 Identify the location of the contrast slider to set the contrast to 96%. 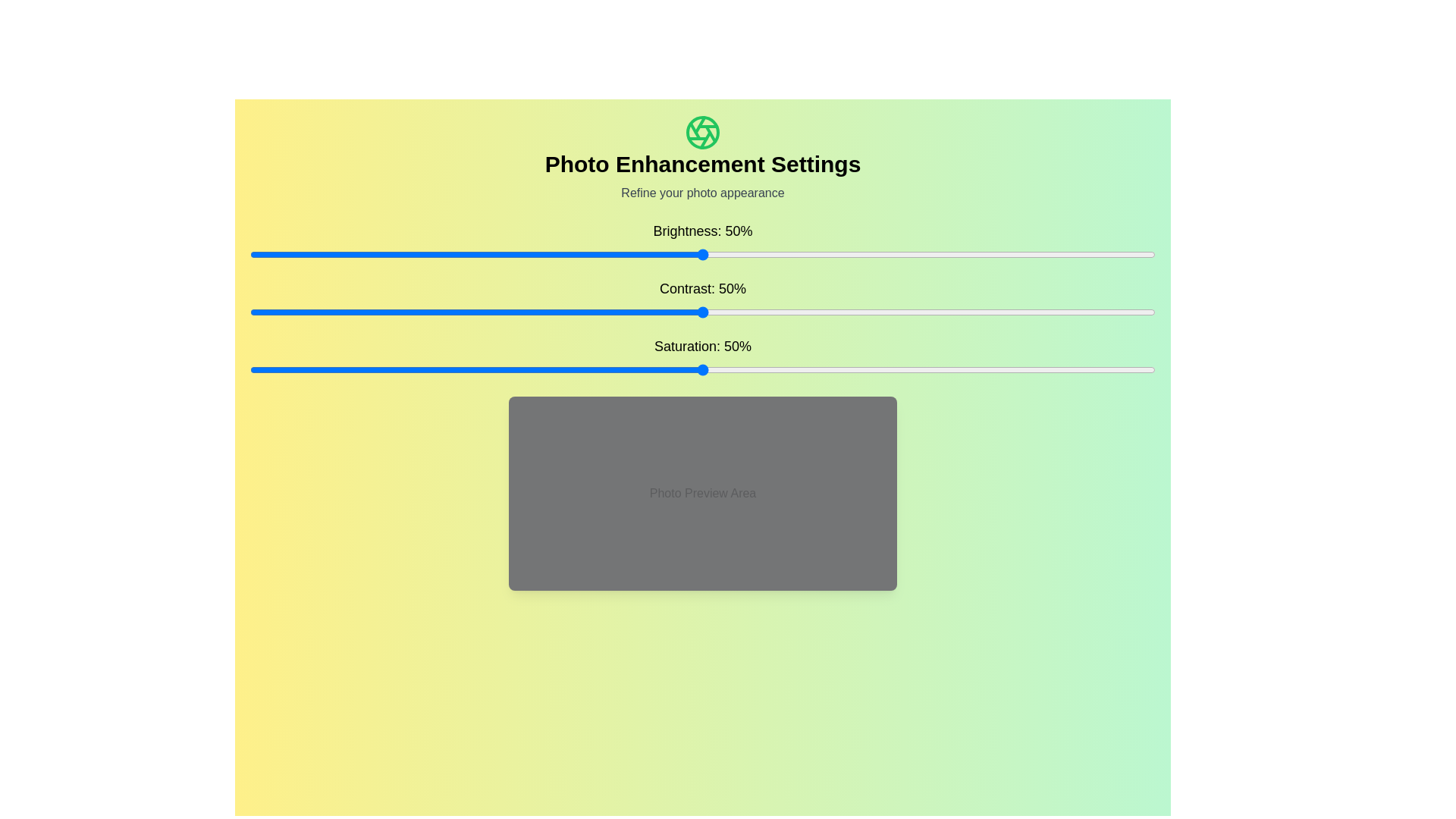
(1119, 312).